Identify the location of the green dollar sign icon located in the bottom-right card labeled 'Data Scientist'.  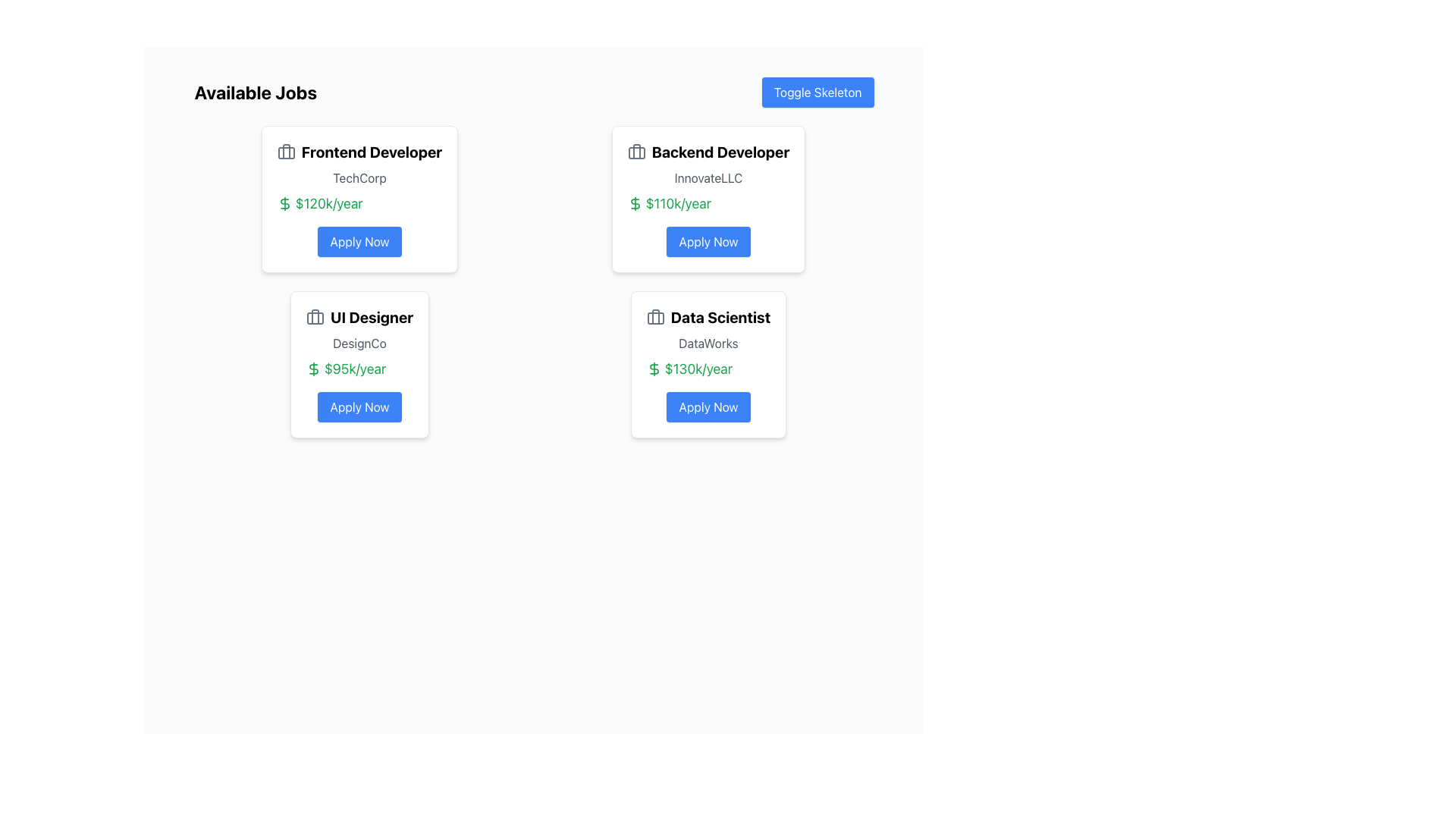
(654, 369).